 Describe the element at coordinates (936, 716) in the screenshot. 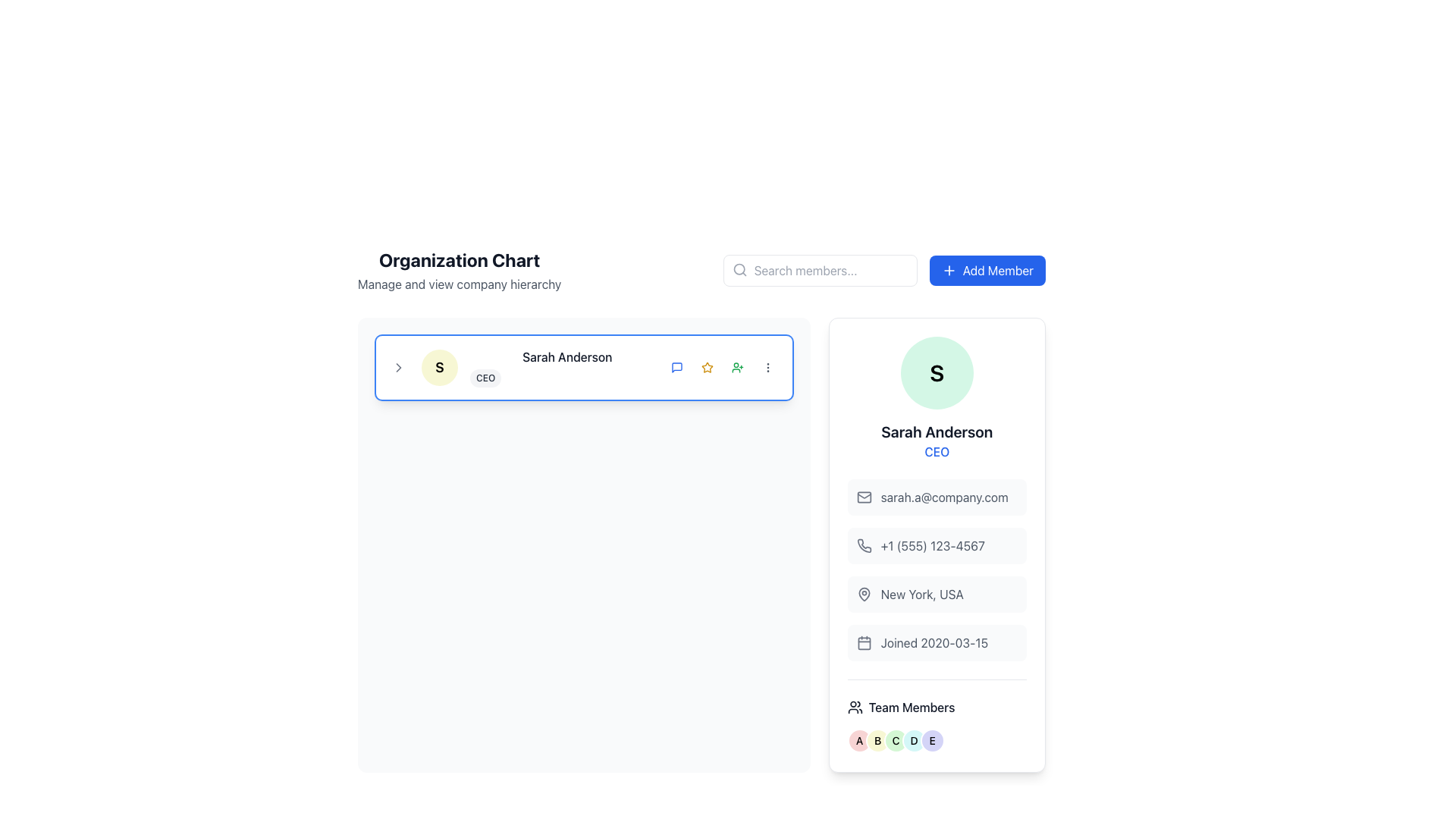

I see `the avatar representing team member 'A' in the 'Team Members' section located at the bottom of the right-hand panel under details about 'Sarah Anderson.'` at that location.